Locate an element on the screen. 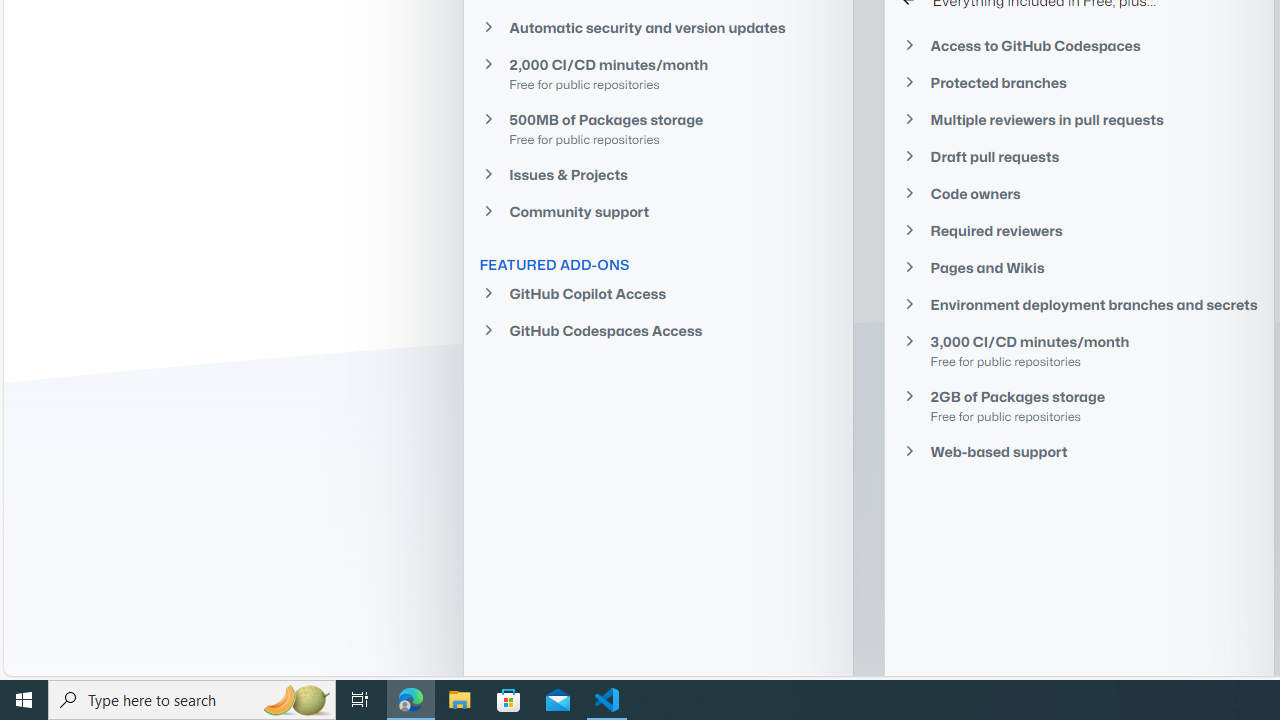 The height and width of the screenshot is (720, 1280). 'Issues & Projects' is located at coordinates (657, 173).